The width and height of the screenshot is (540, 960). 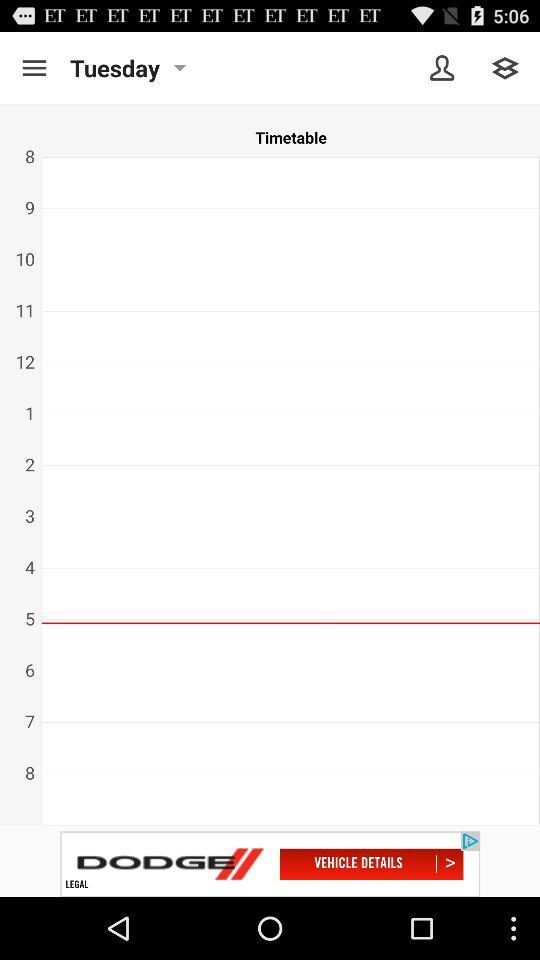 I want to click on menu button, so click(x=504, y=68).